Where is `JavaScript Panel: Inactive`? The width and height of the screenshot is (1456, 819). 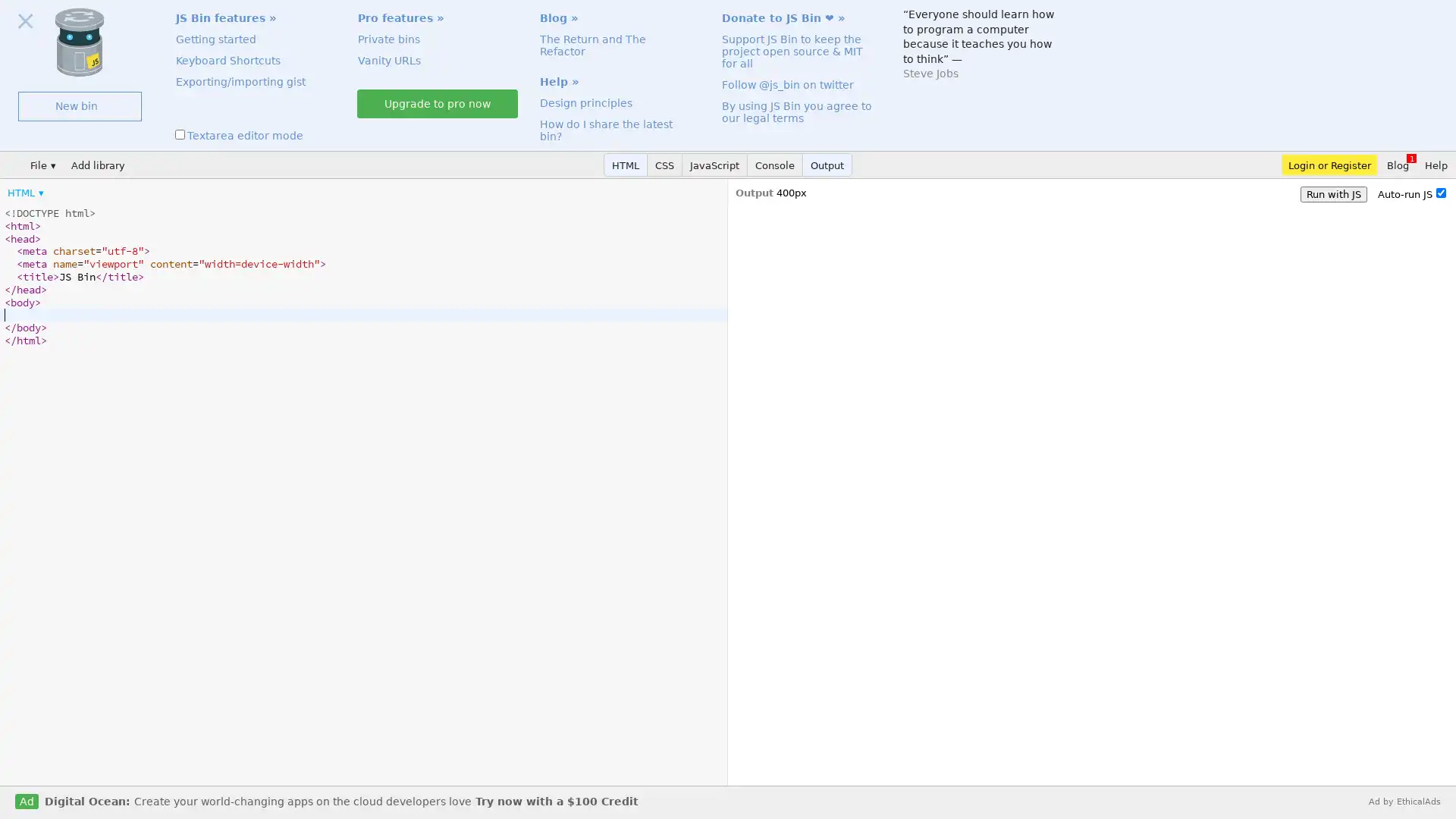 JavaScript Panel: Inactive is located at coordinates (714, 165).